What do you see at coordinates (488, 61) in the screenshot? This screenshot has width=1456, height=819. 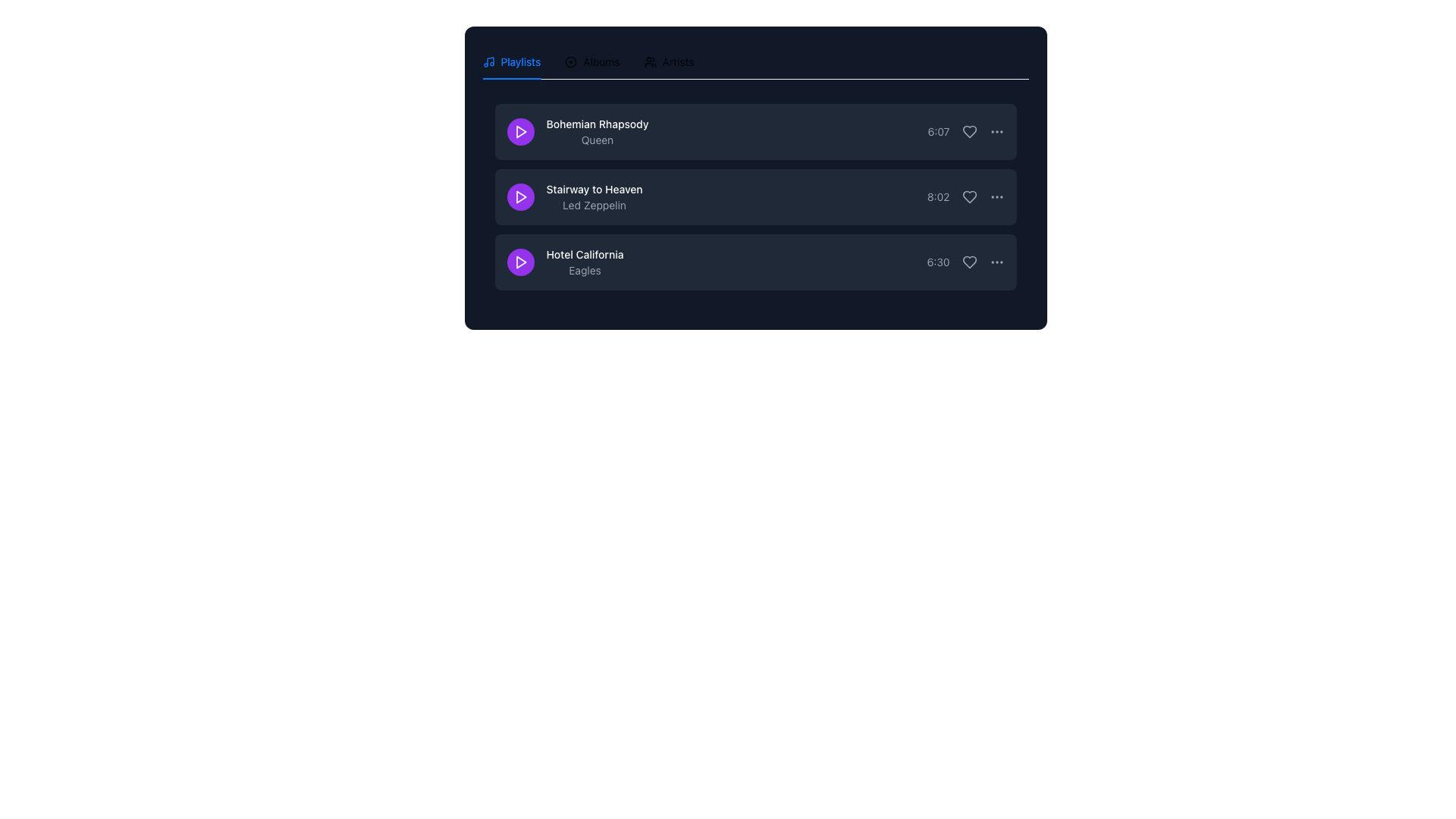 I see `the 'Playlists' icon located on the left side of the header bar, adjacent to the text 'Playlists'` at bounding box center [488, 61].